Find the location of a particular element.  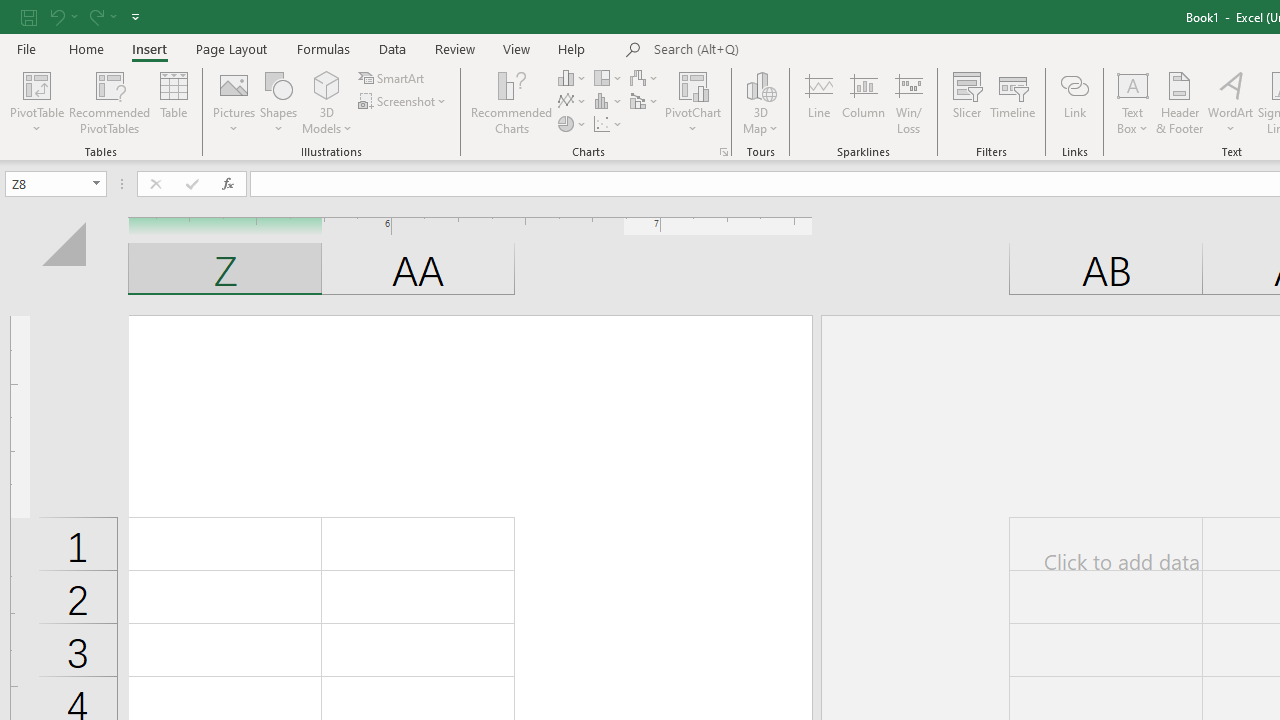

'Shapes' is located at coordinates (278, 103).